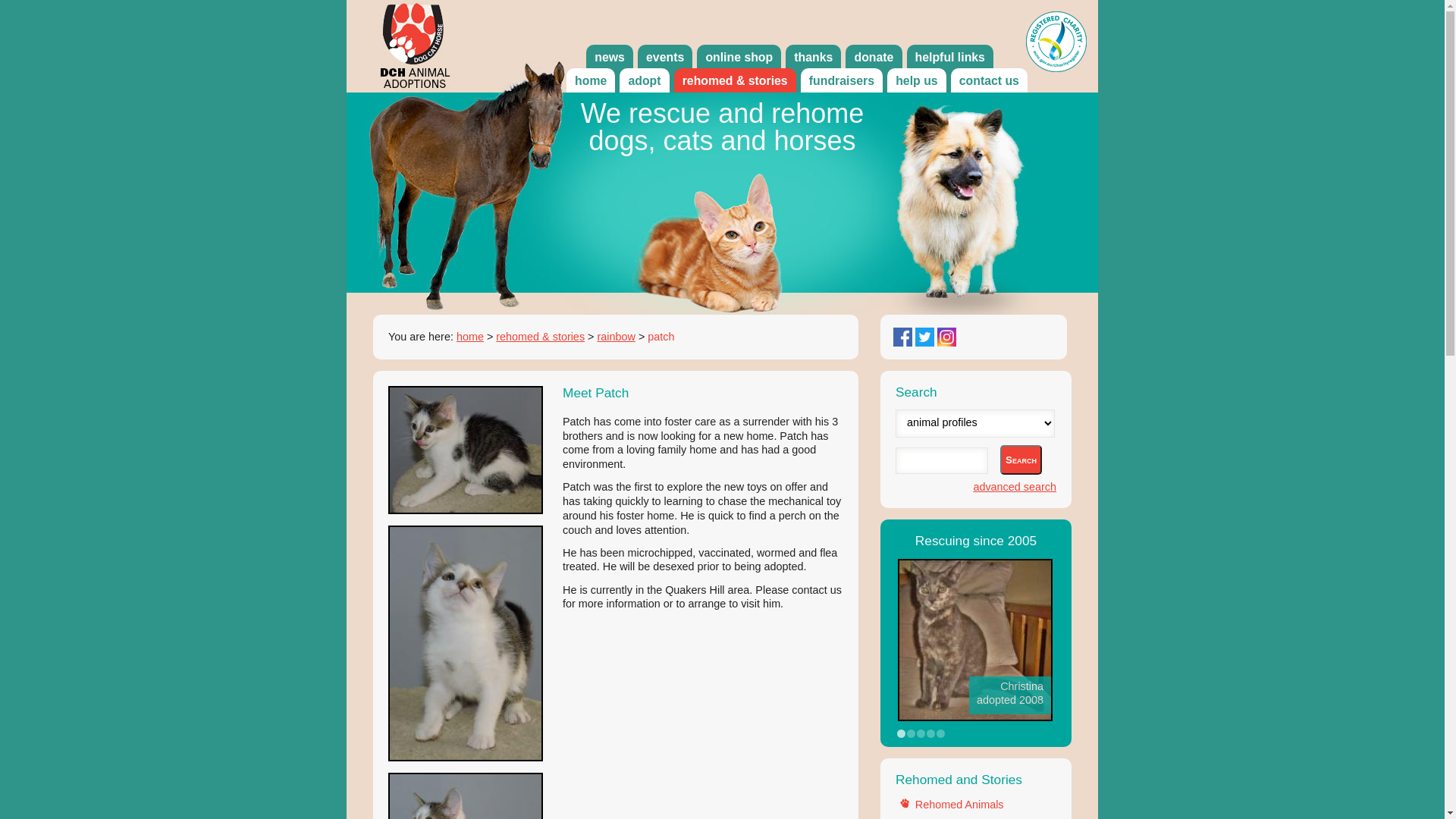 The height and width of the screenshot is (819, 1456). What do you see at coordinates (1021, 459) in the screenshot?
I see `'Search'` at bounding box center [1021, 459].